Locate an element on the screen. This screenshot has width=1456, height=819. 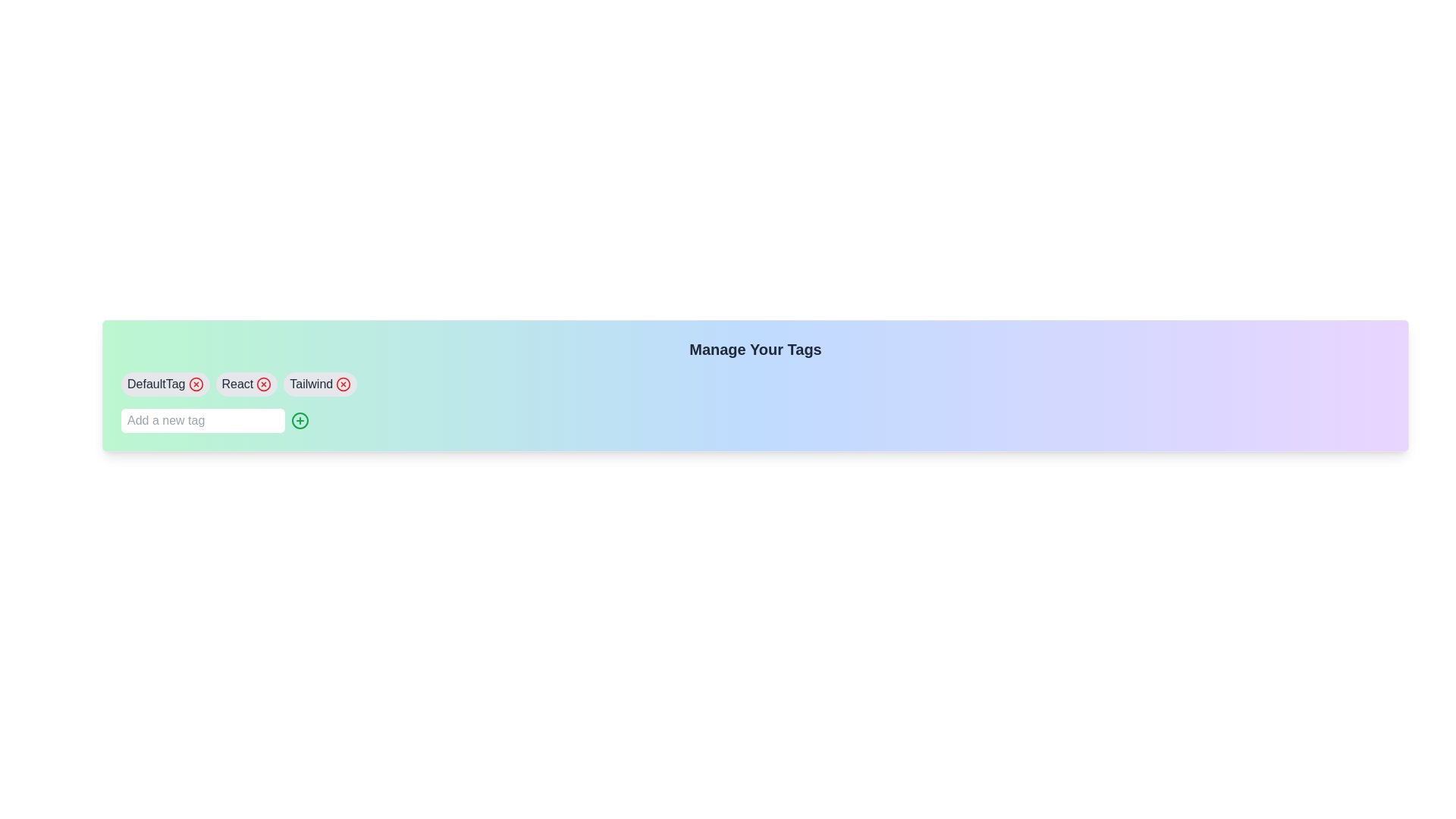
the 'React' tag, which is the second tag in a horizontal list is located at coordinates (246, 383).